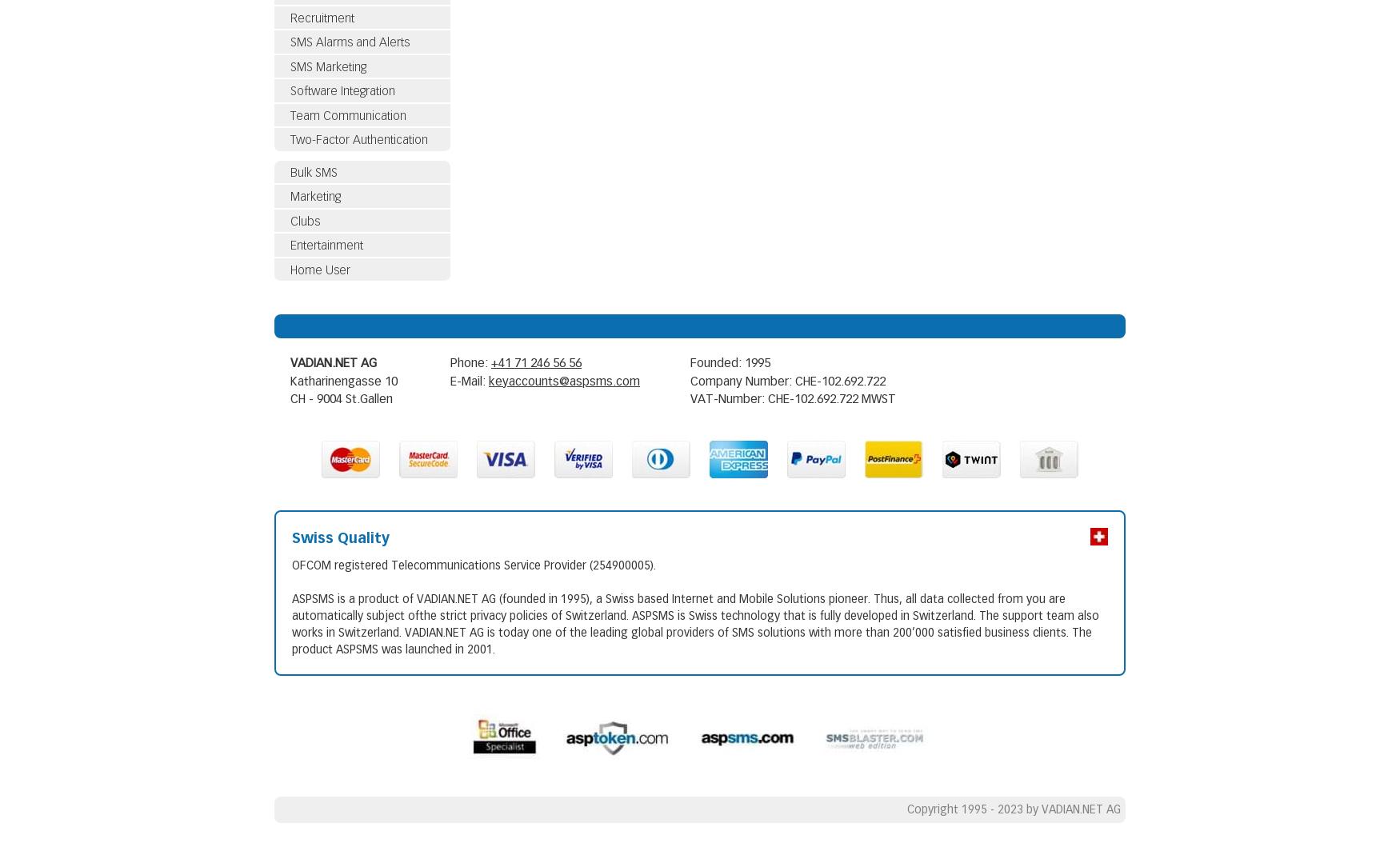 The height and width of the screenshot is (863, 1400). I want to click on 'Copyright 1995 - 2023', so click(966, 809).